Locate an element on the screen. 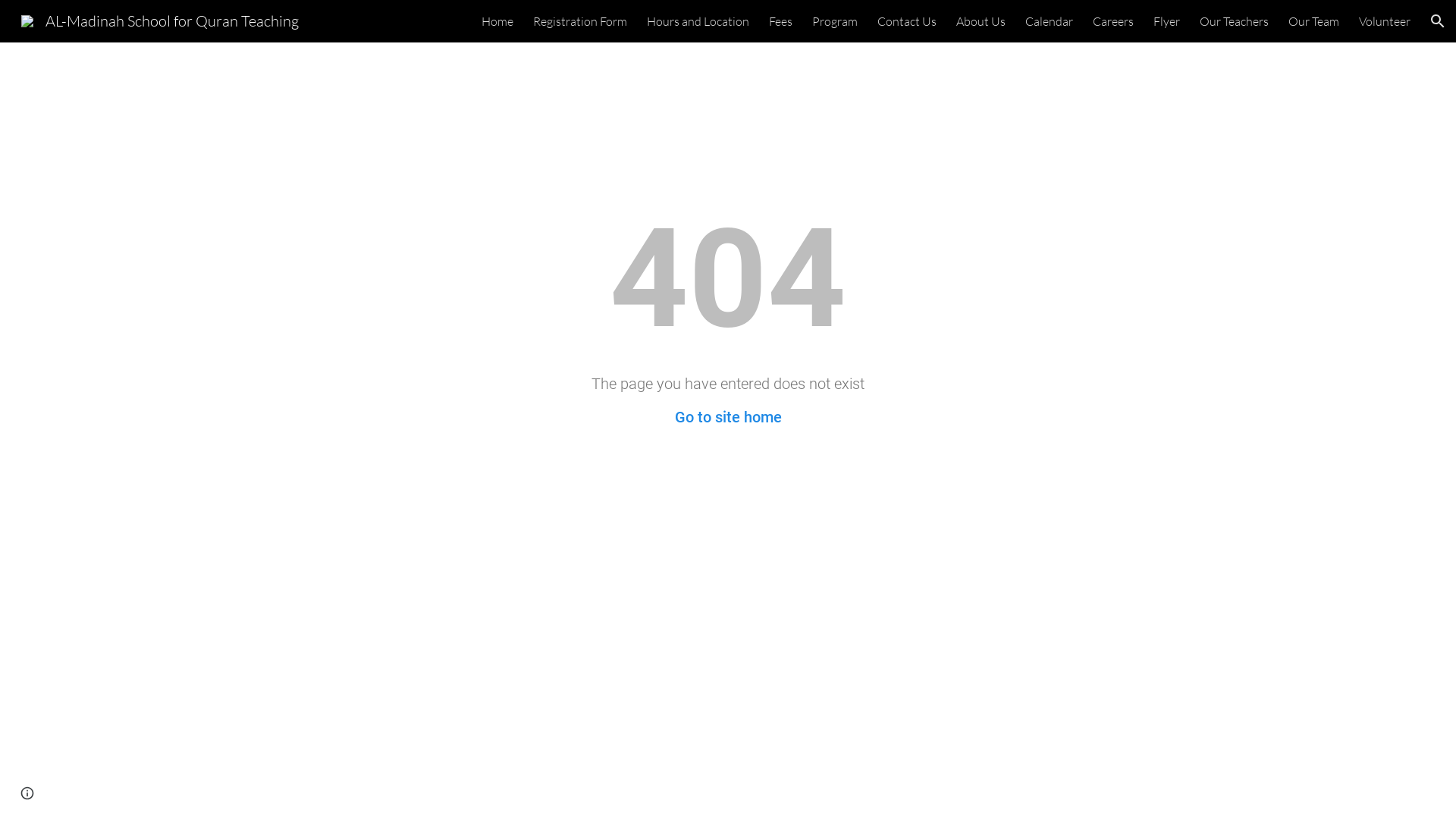  'Home' is located at coordinates (497, 20).